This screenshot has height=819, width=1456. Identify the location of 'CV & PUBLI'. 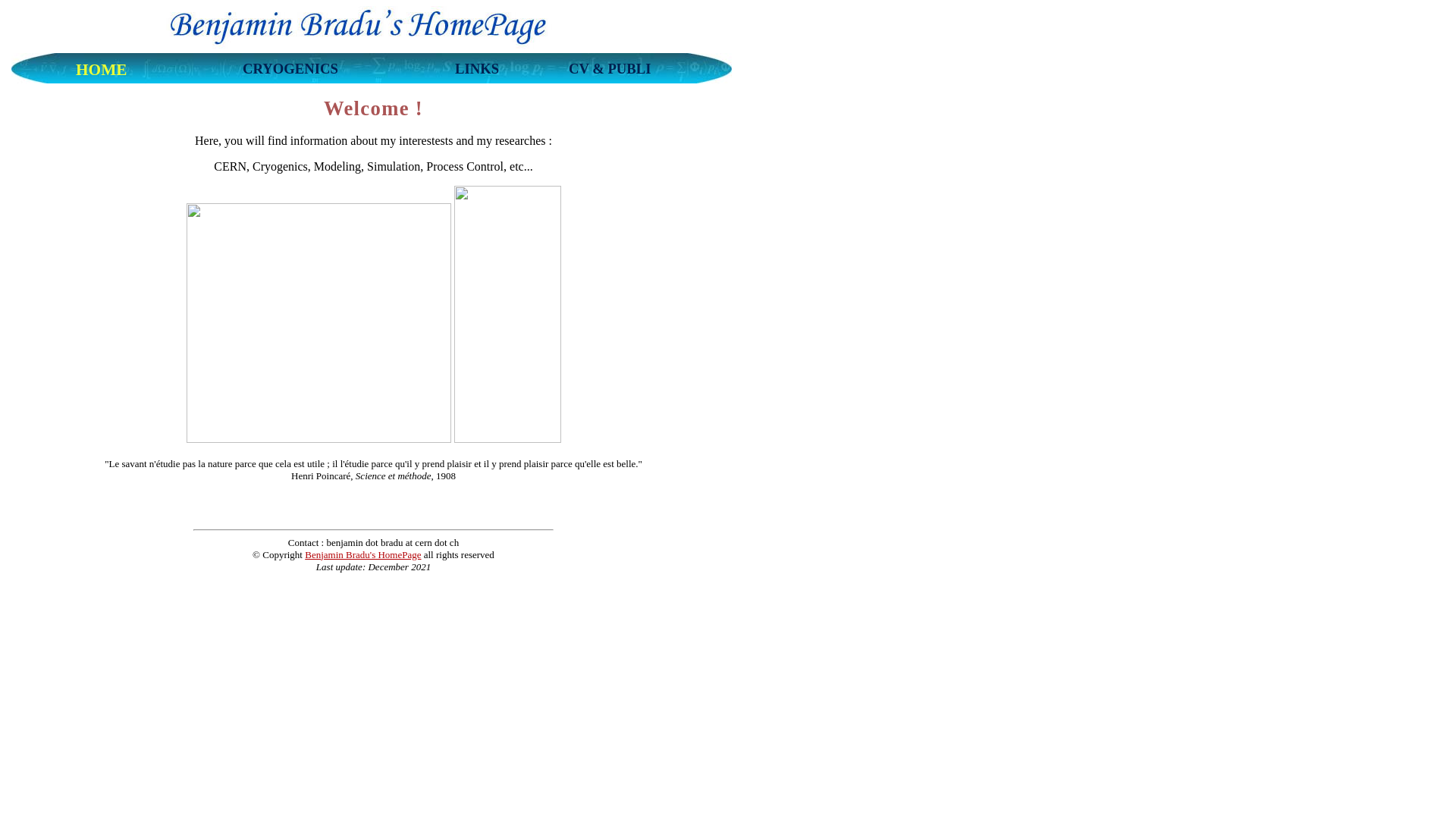
(610, 72).